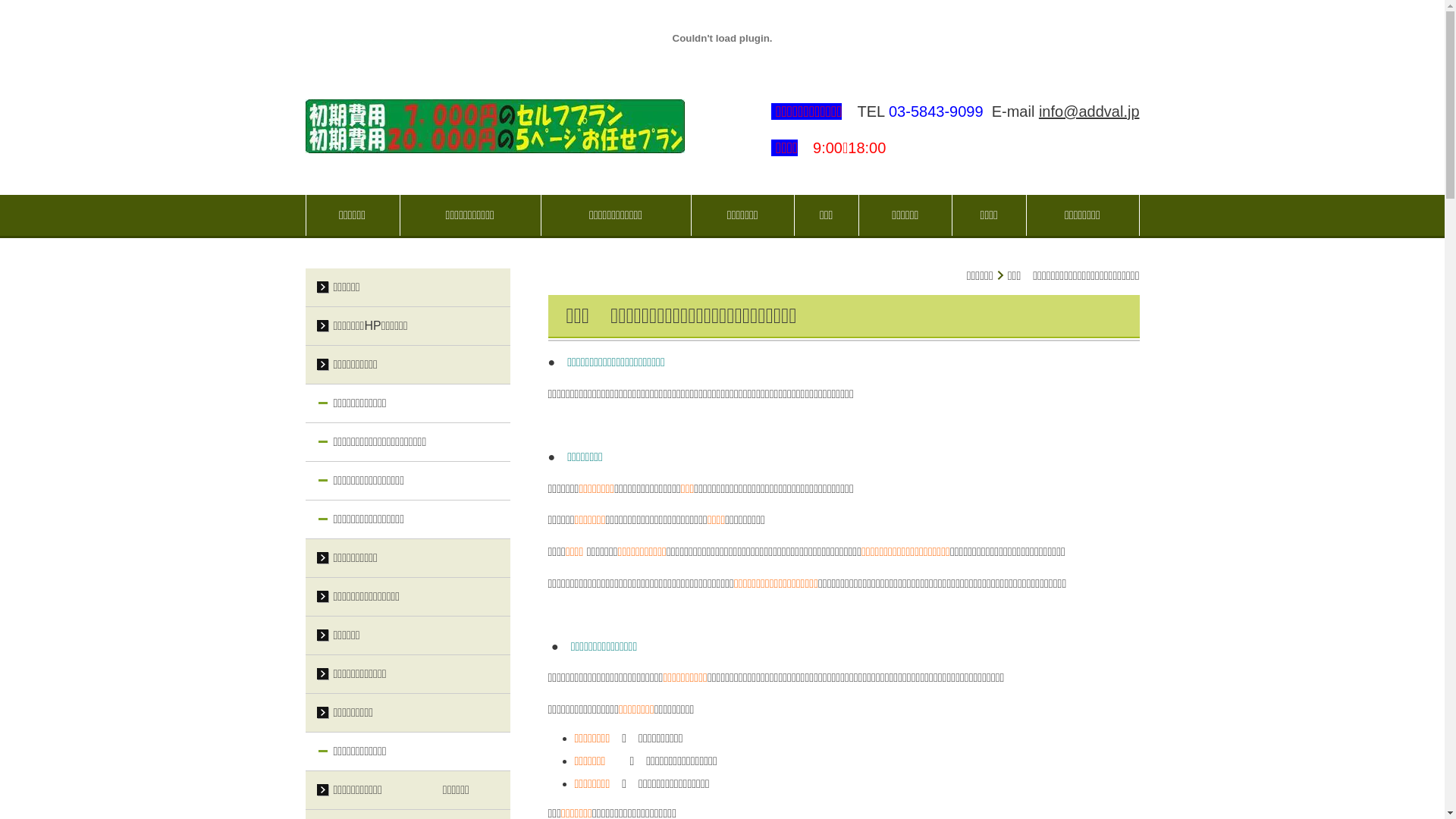 The image size is (1456, 819). Describe the element at coordinates (1088, 110) in the screenshot. I see `'info@addval.jp'` at that location.